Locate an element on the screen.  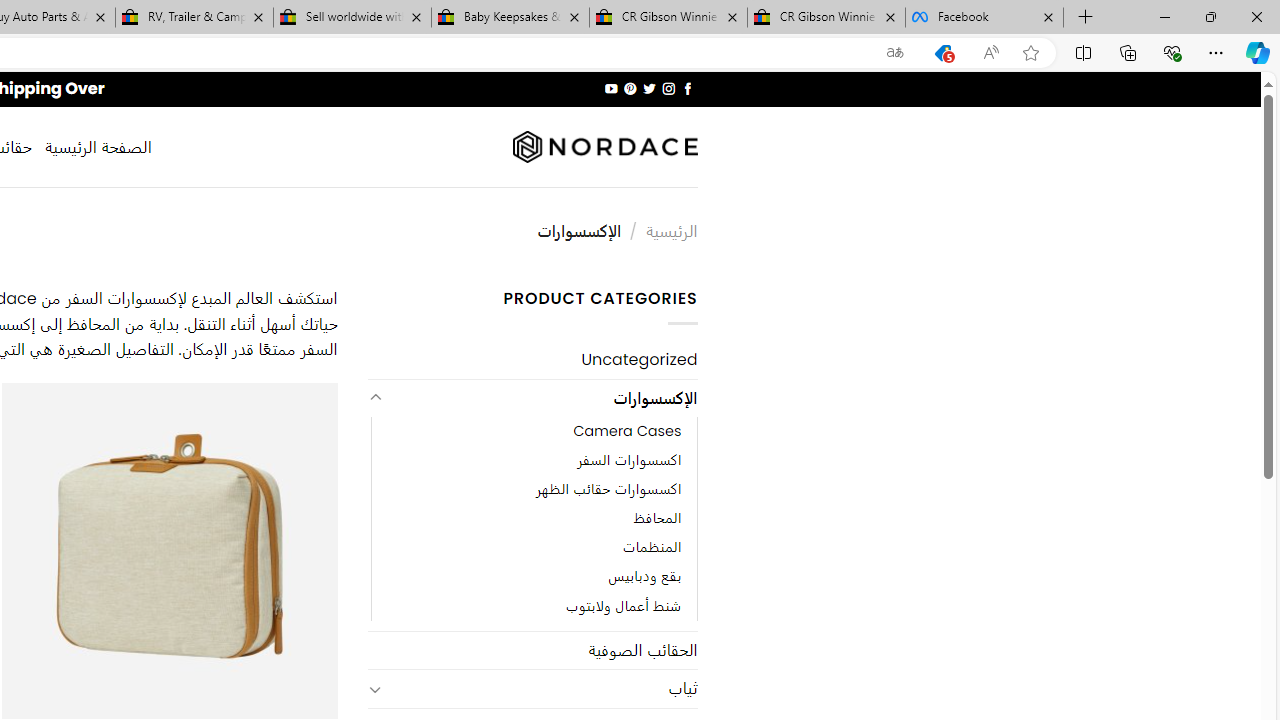
'Follow on Pinterest' is located at coordinates (630, 88).